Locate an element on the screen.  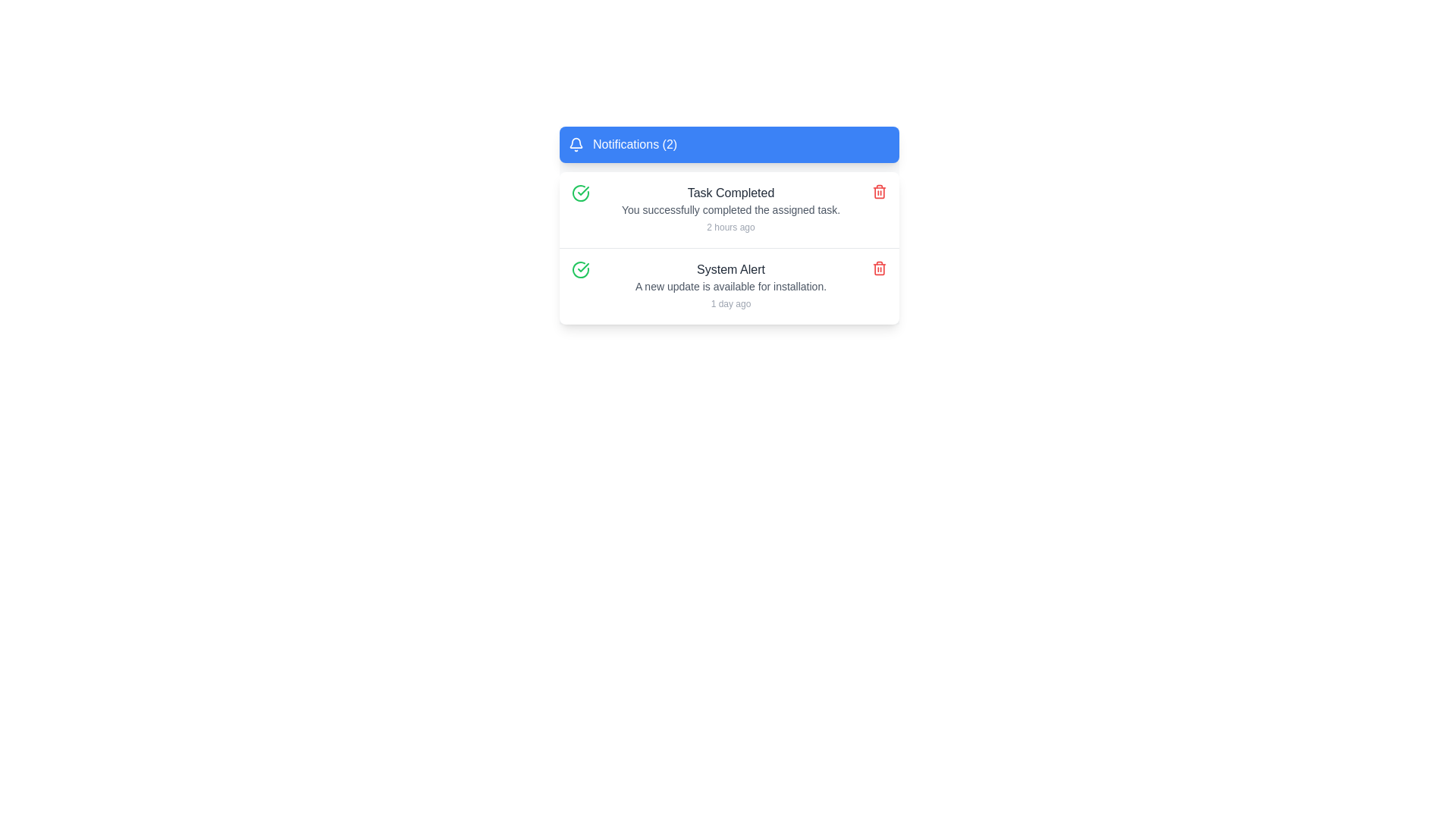
the circular check icon located to the left of the 'System Alert' notification in the notification row, which indicates a confirmed action is located at coordinates (582, 190).